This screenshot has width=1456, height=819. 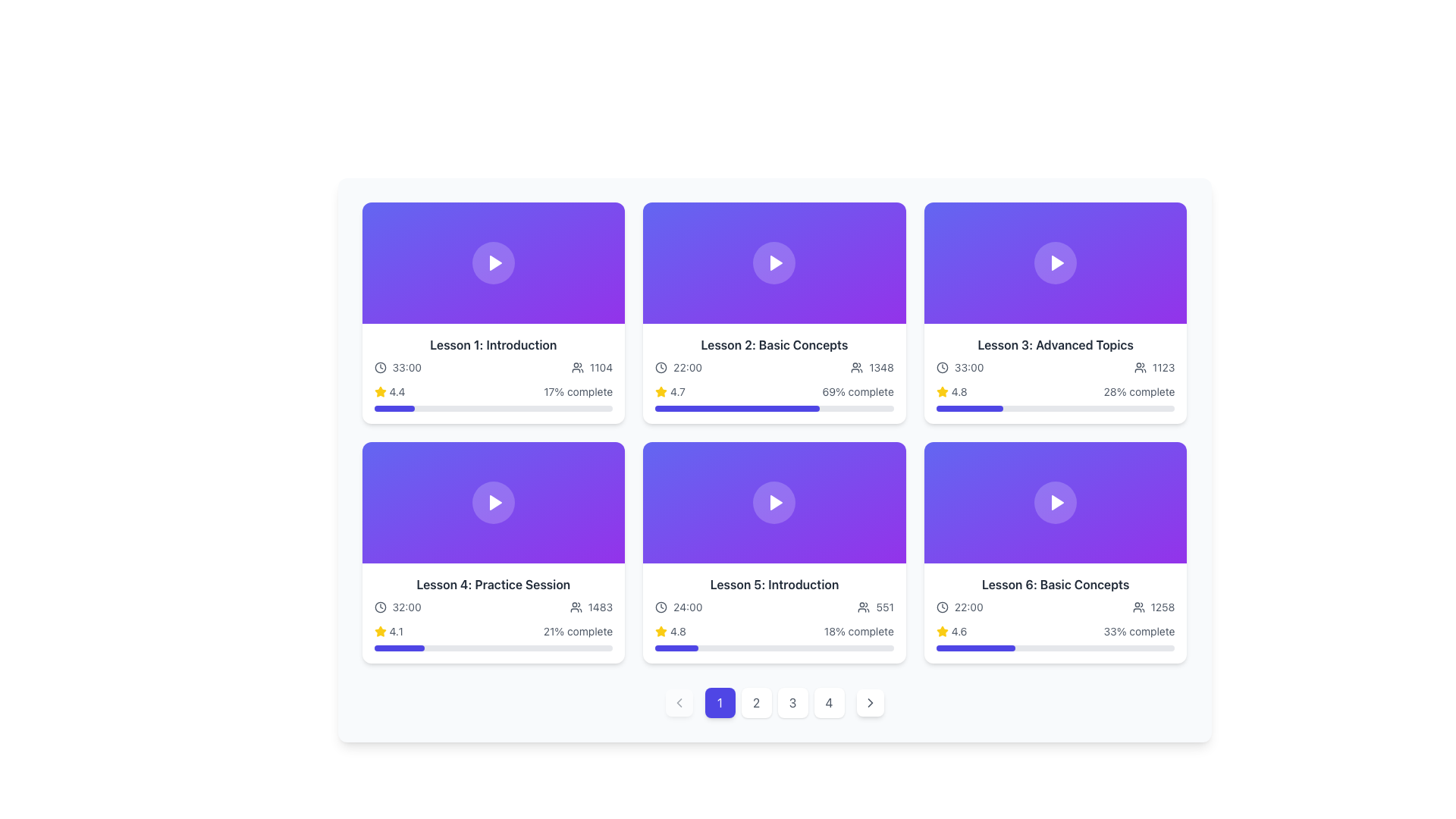 I want to click on metadata from the Information display panel located in the second item of the first row of the lessons grid, beneath 'Lesson 2: Basic Concepts', so click(x=774, y=368).